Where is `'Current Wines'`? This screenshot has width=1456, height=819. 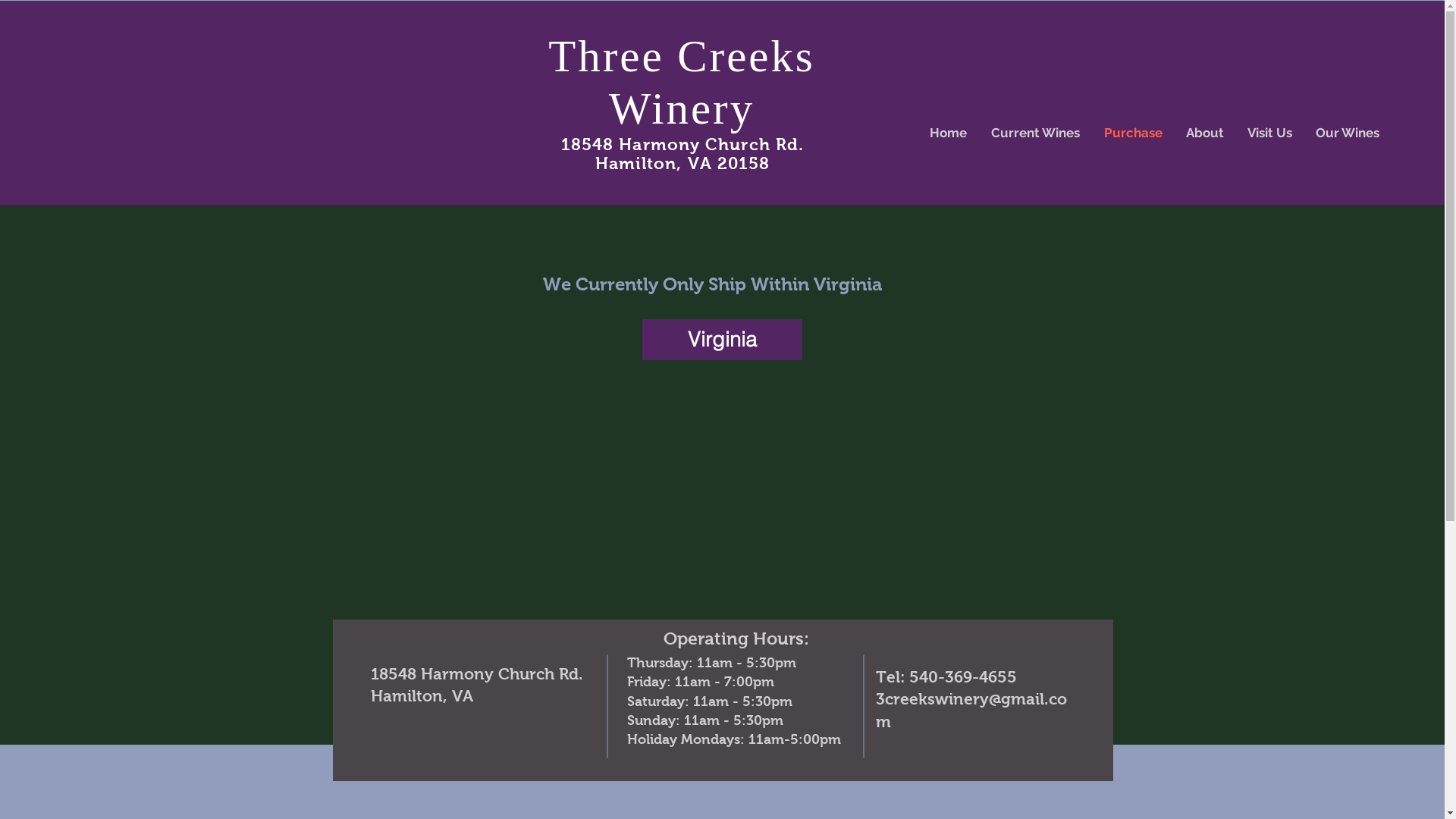
'Current Wines' is located at coordinates (1034, 131).